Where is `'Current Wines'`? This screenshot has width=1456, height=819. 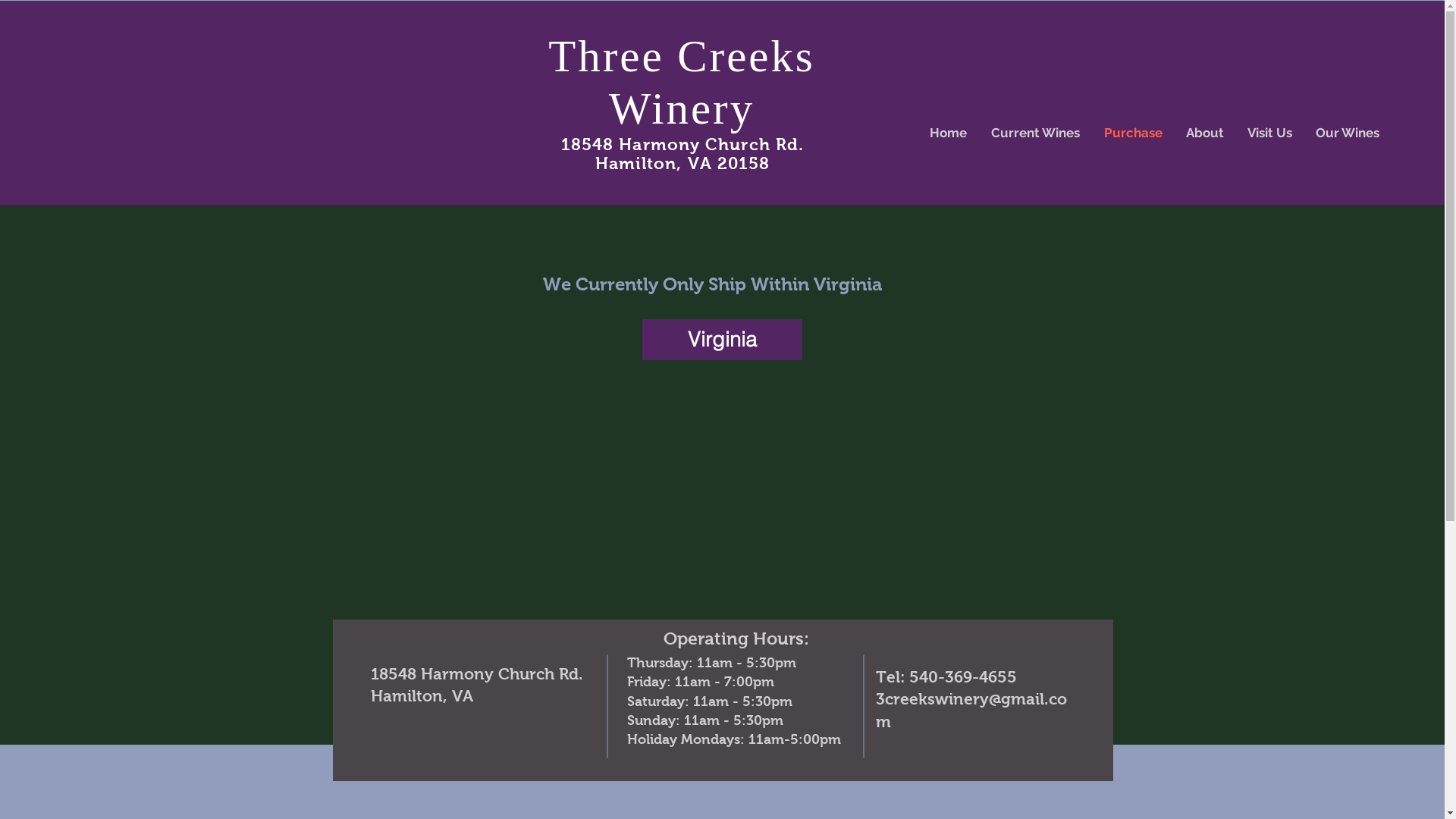
'Current Wines' is located at coordinates (1034, 131).